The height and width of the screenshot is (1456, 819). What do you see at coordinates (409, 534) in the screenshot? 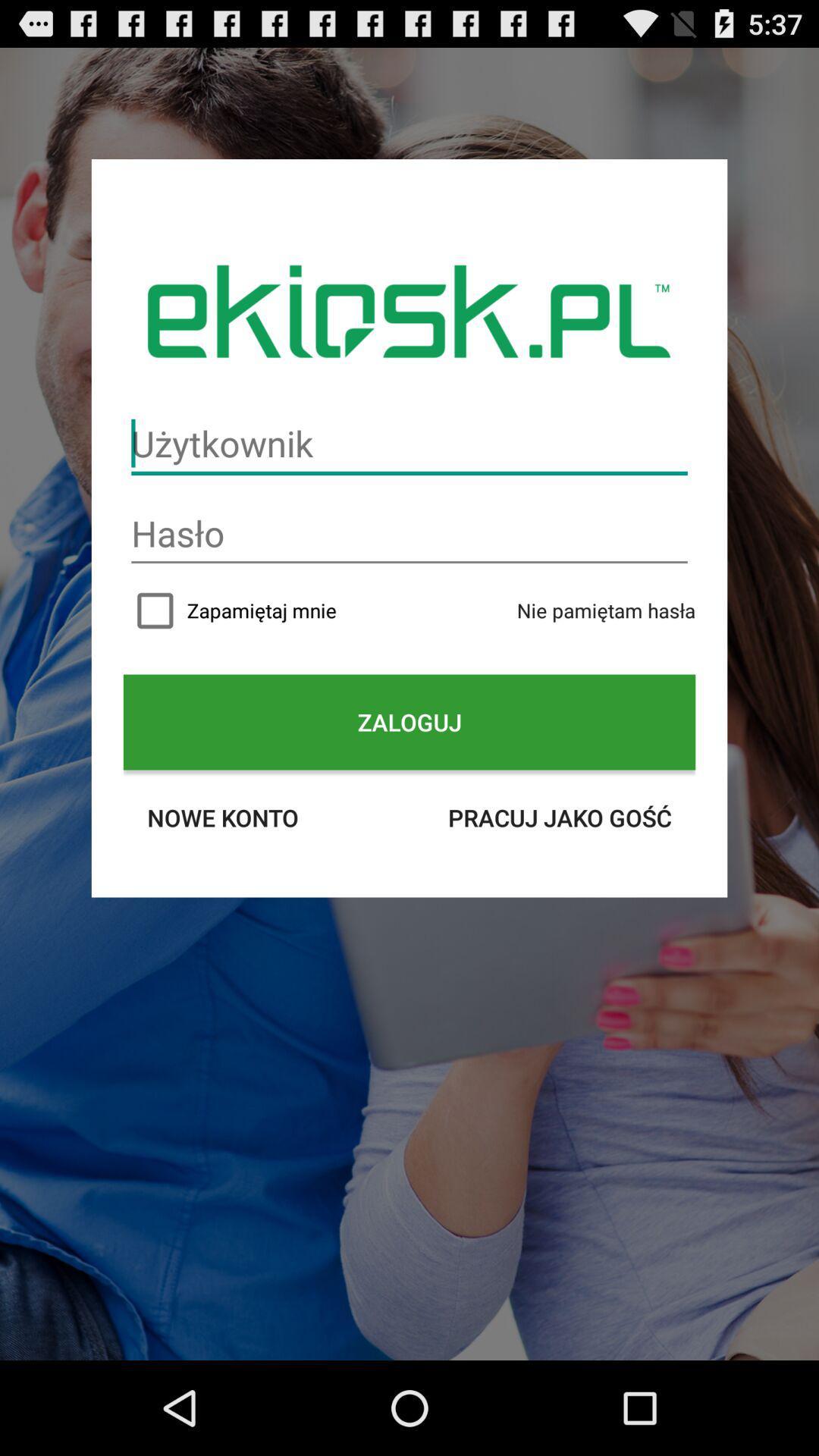
I see `password field` at bounding box center [409, 534].